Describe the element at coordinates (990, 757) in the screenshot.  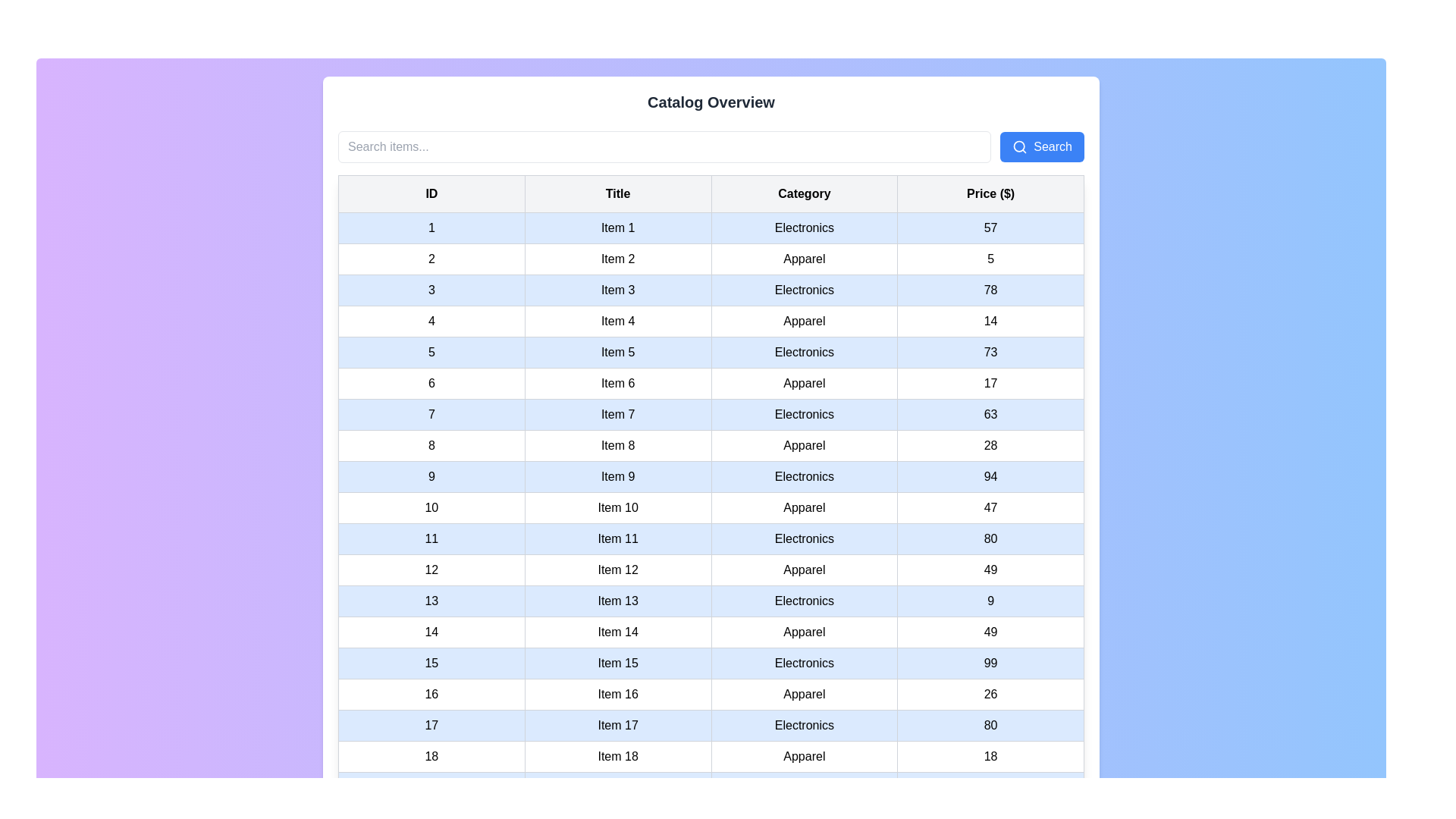
I see `price value of '18' in the Text Cell located in the 'Price ($)' column of the table for 'Item 18' in the 'Apparel' category` at that location.